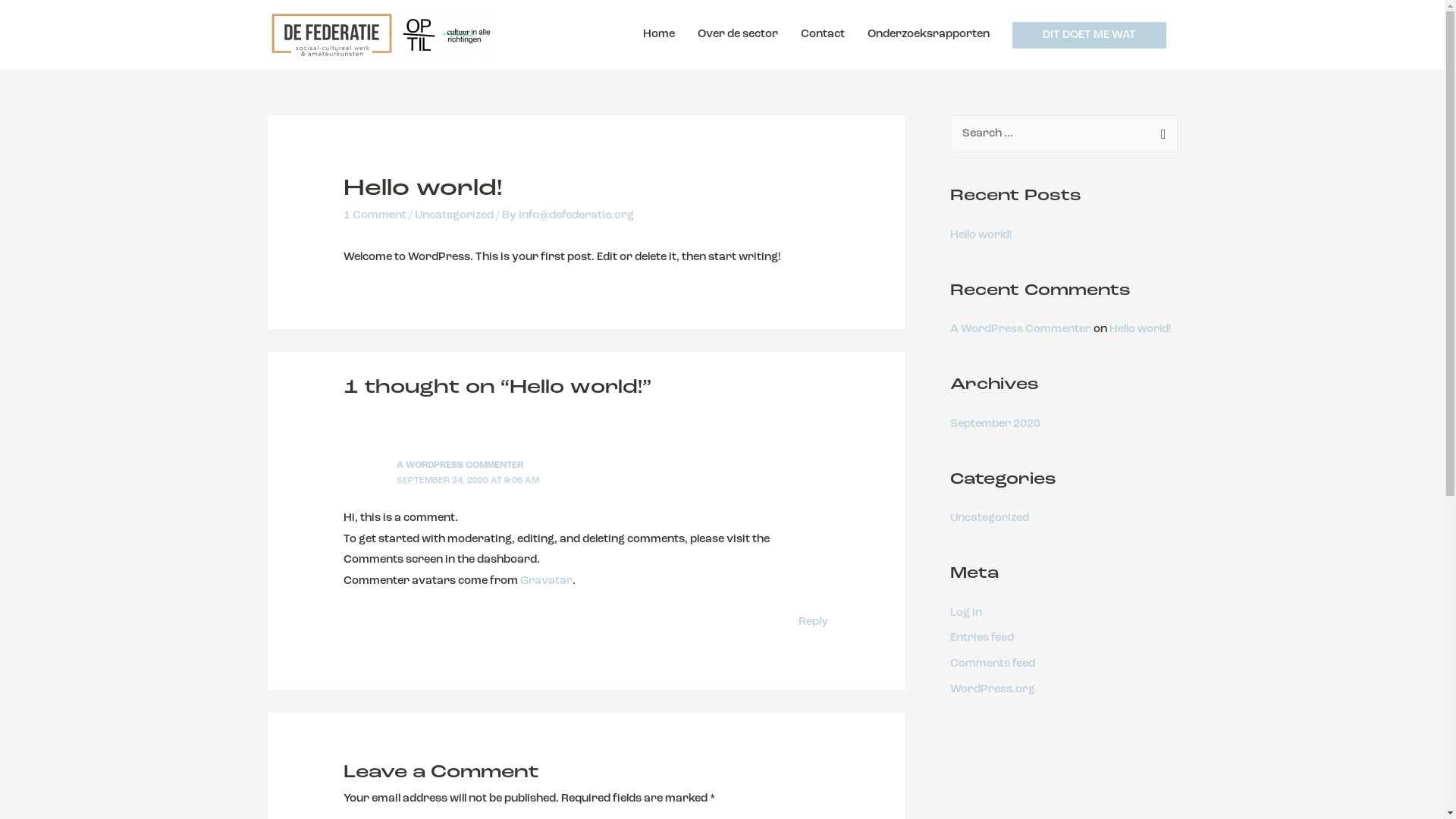 This screenshot has height=819, width=1456. Describe the element at coordinates (812, 622) in the screenshot. I see `'Reply'` at that location.